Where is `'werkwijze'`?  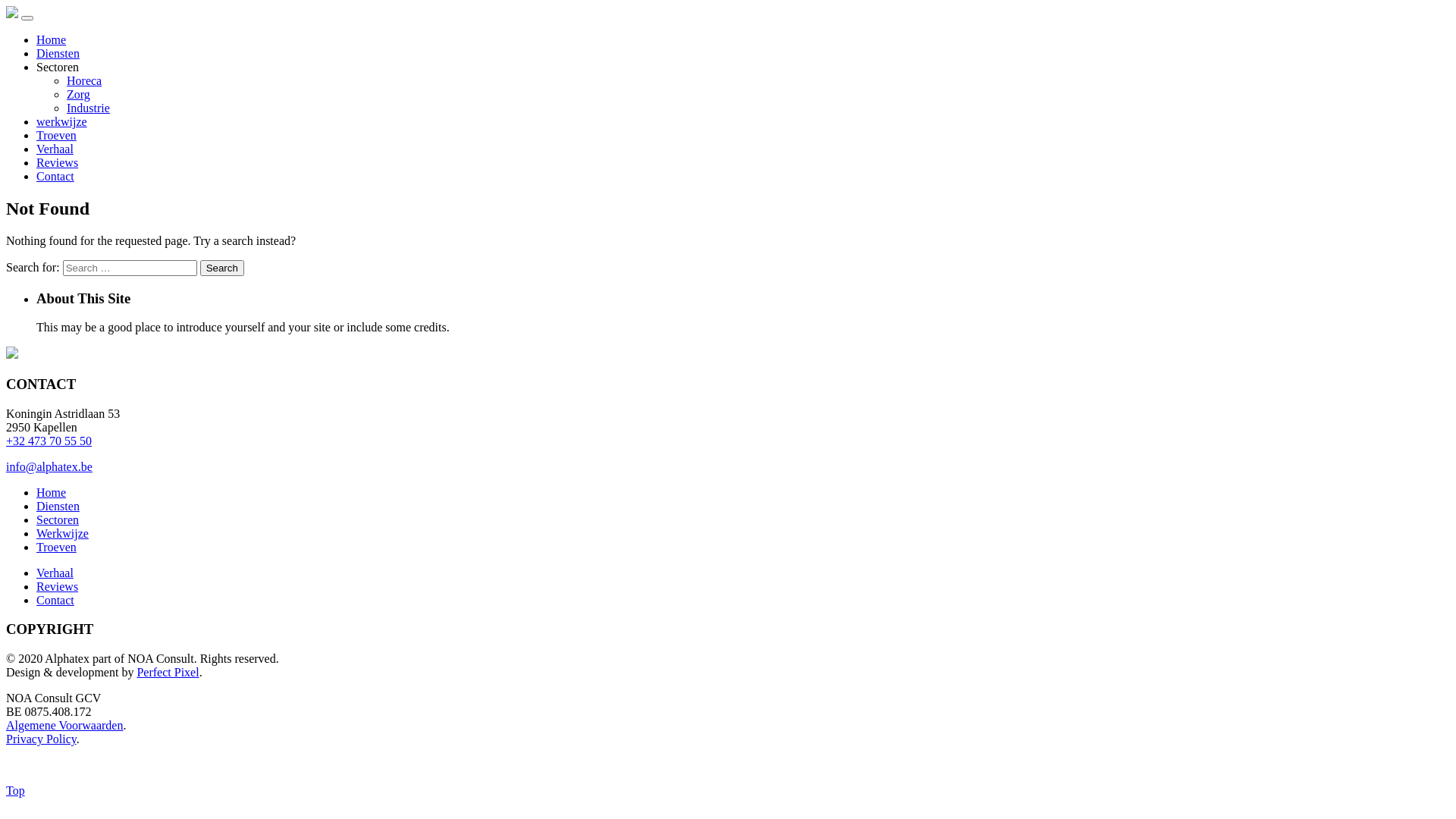
'werkwijze' is located at coordinates (61, 121).